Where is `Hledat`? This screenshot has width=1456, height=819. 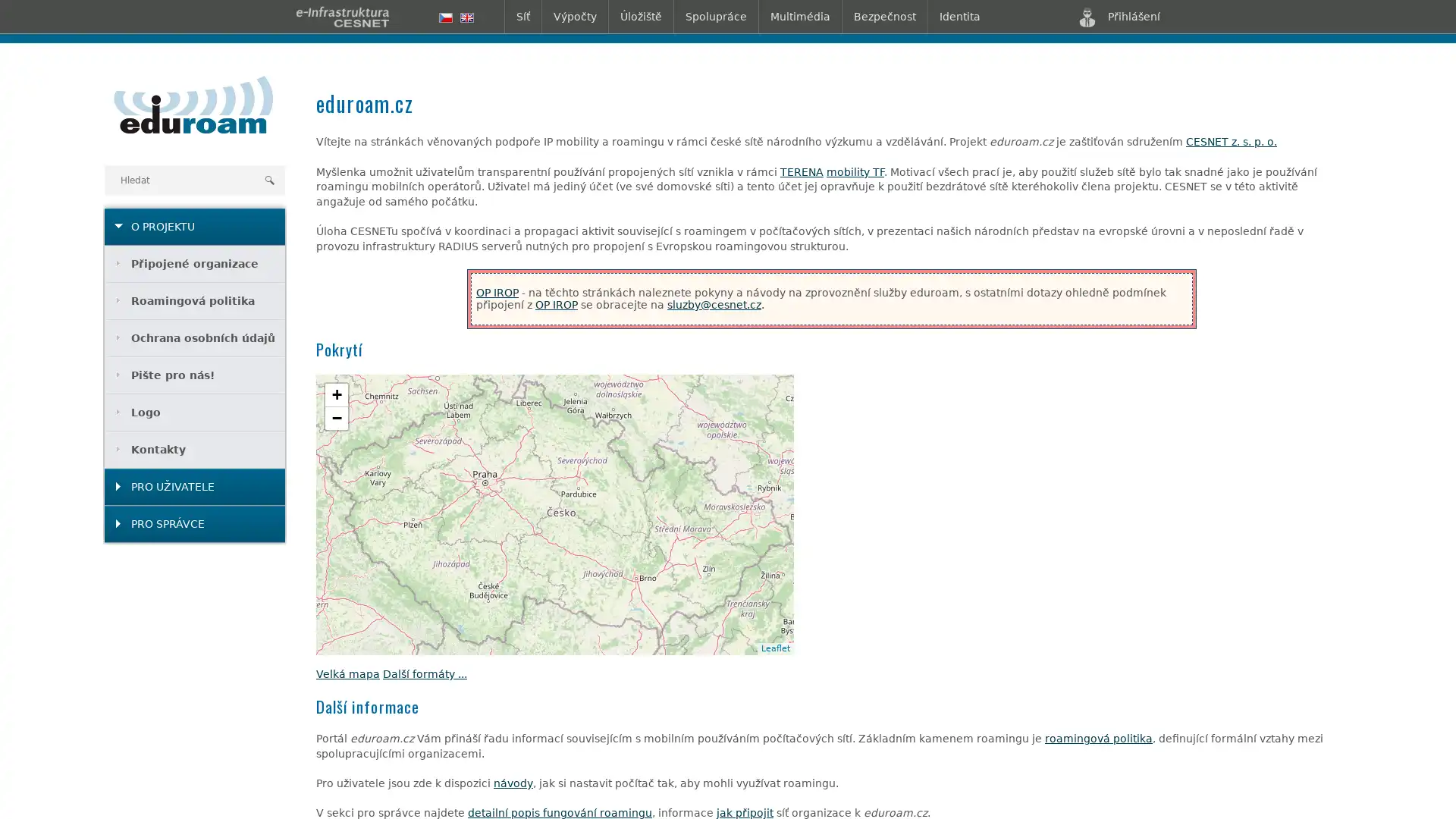 Hledat is located at coordinates (269, 178).